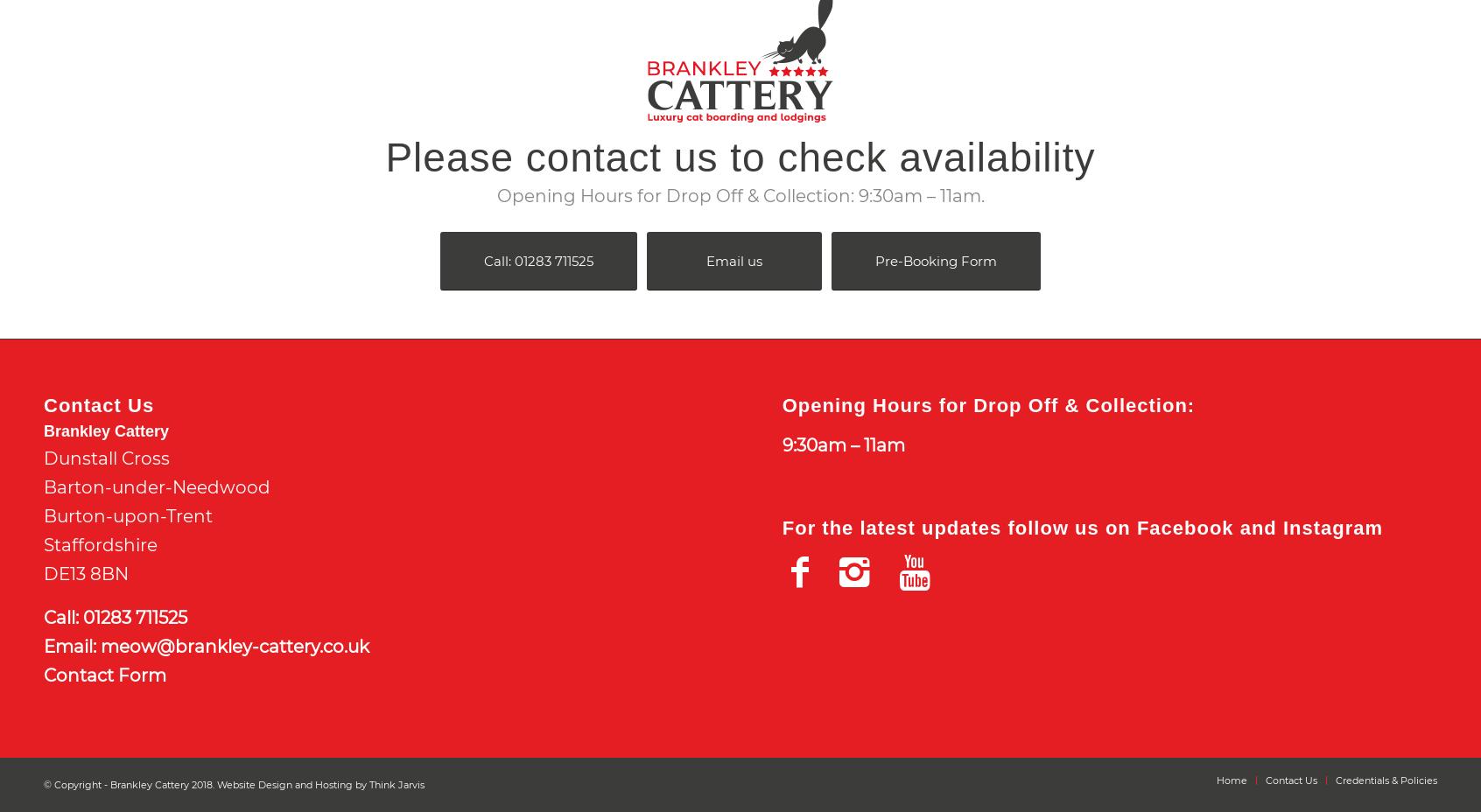 The width and height of the screenshot is (1481, 812). I want to click on 'Opening Hours for Drop Off & Collection: 9:30am – 11am.', so click(495, 196).